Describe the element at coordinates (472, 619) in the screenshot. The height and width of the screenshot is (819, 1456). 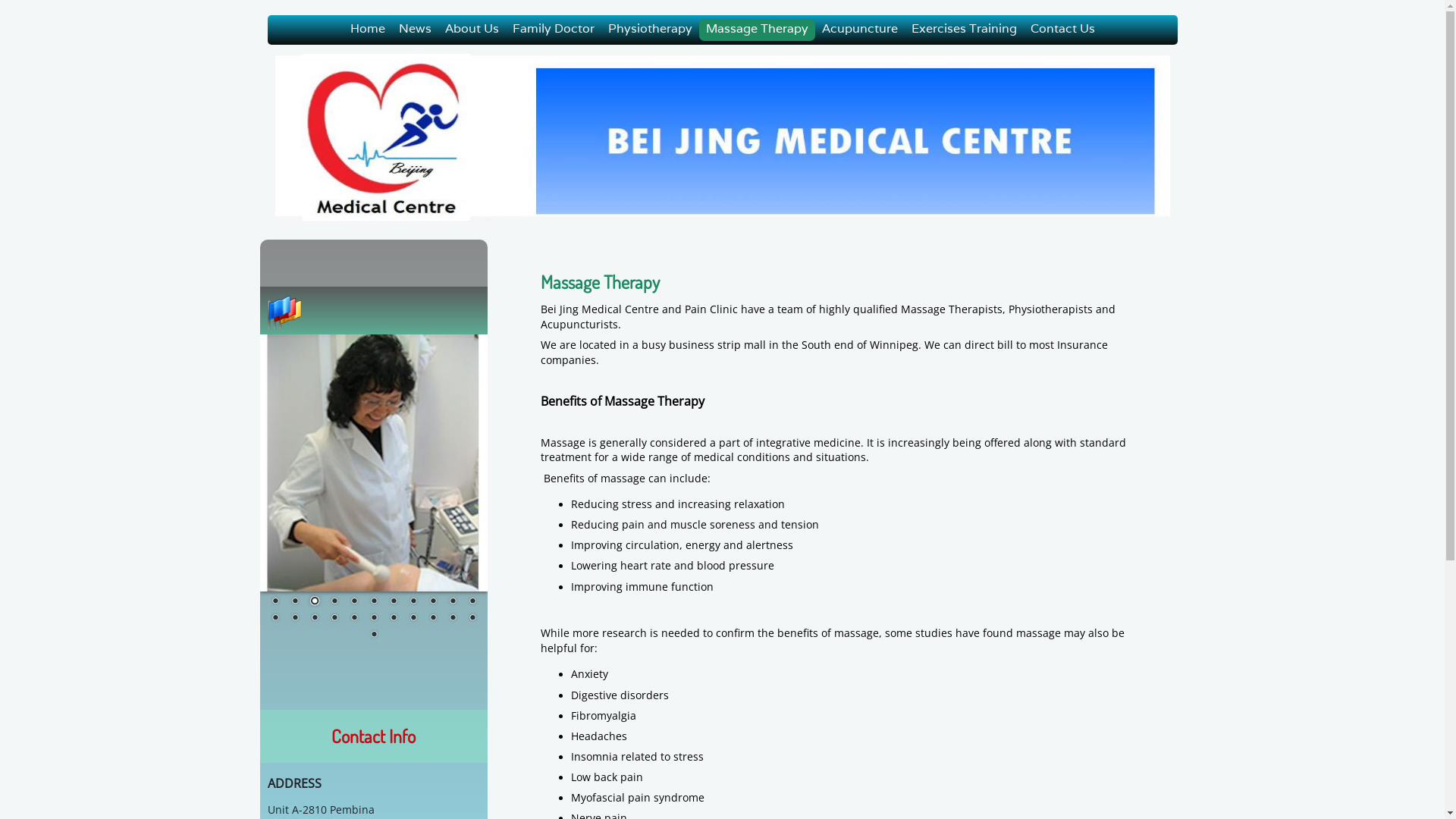
I see `'22'` at that location.